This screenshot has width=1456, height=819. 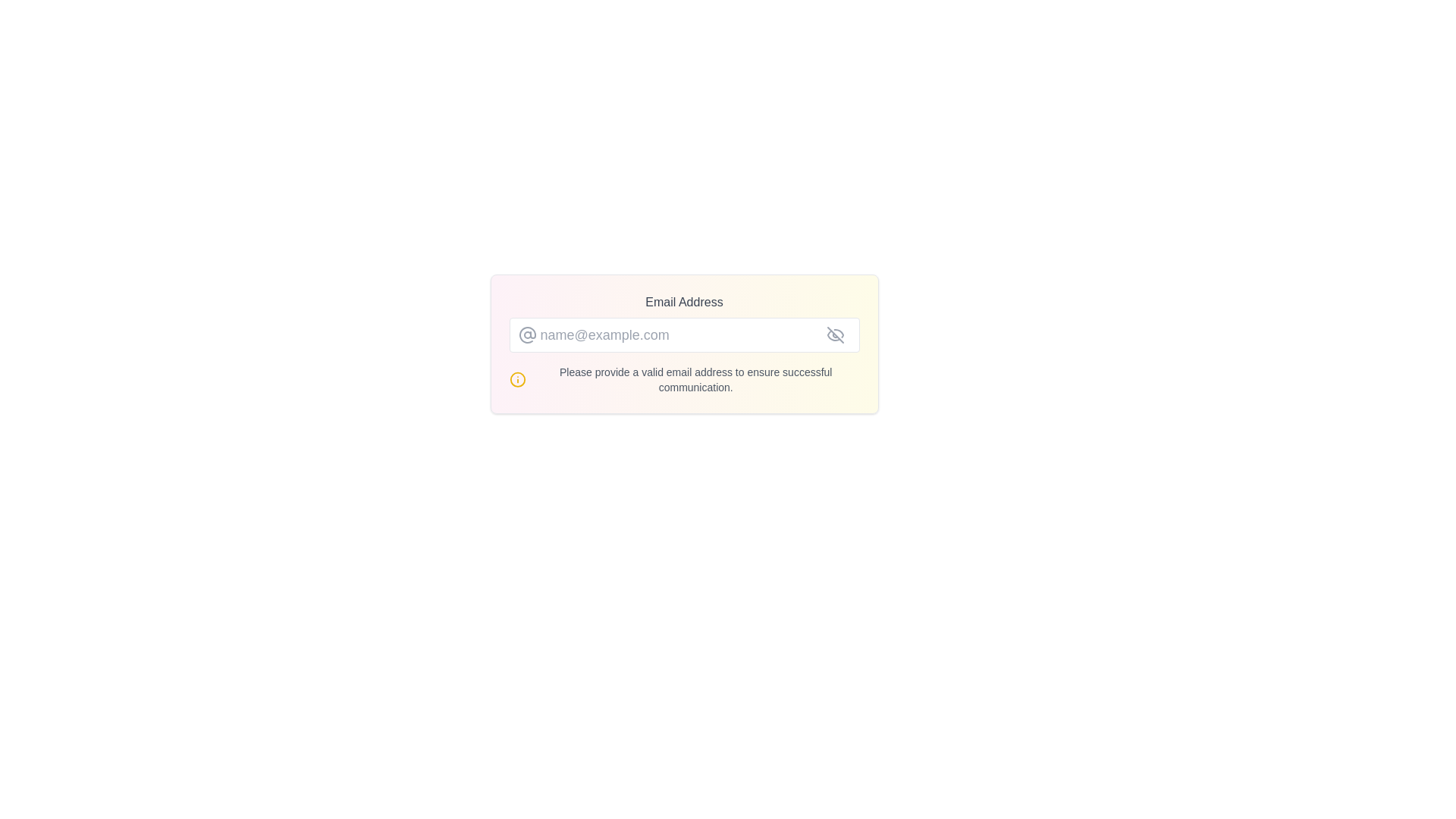 I want to click on the Decorative SVG Circle, which serves as a boundary component of the icon to the left of the email input field, so click(x=517, y=379).